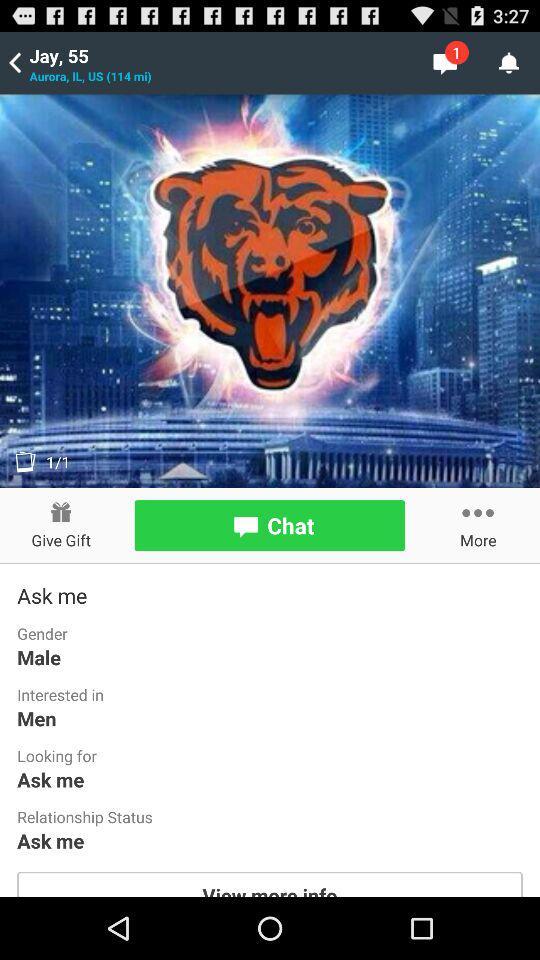 This screenshot has width=540, height=960. Describe the element at coordinates (269, 524) in the screenshot. I see `chat here` at that location.